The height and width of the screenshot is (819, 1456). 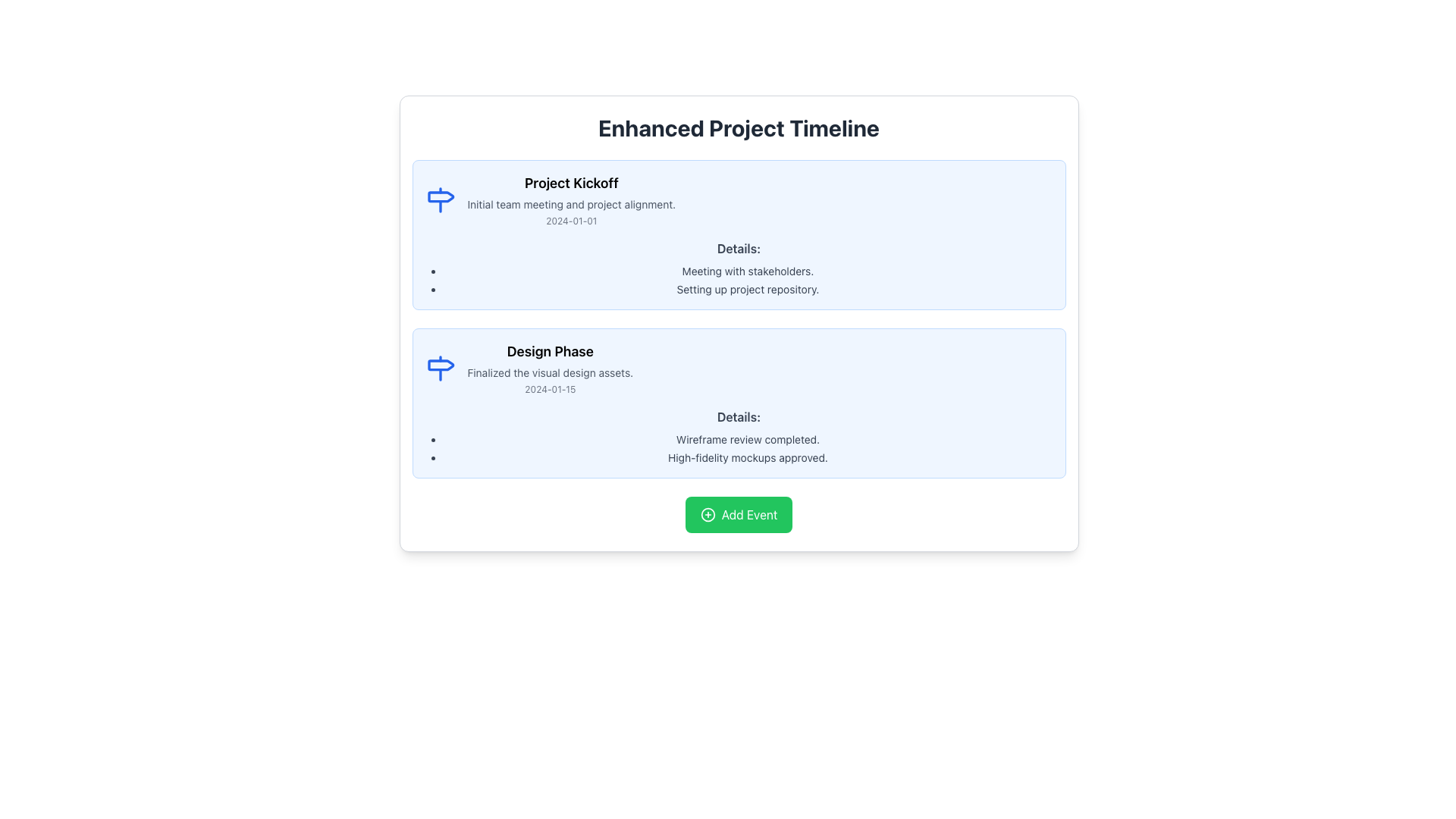 I want to click on the textual section labeled 'Details:' which contains project status bullet points, styled in gray on a light blue background, located in the 'Design Phase' section of the timeline interface, so click(x=739, y=436).